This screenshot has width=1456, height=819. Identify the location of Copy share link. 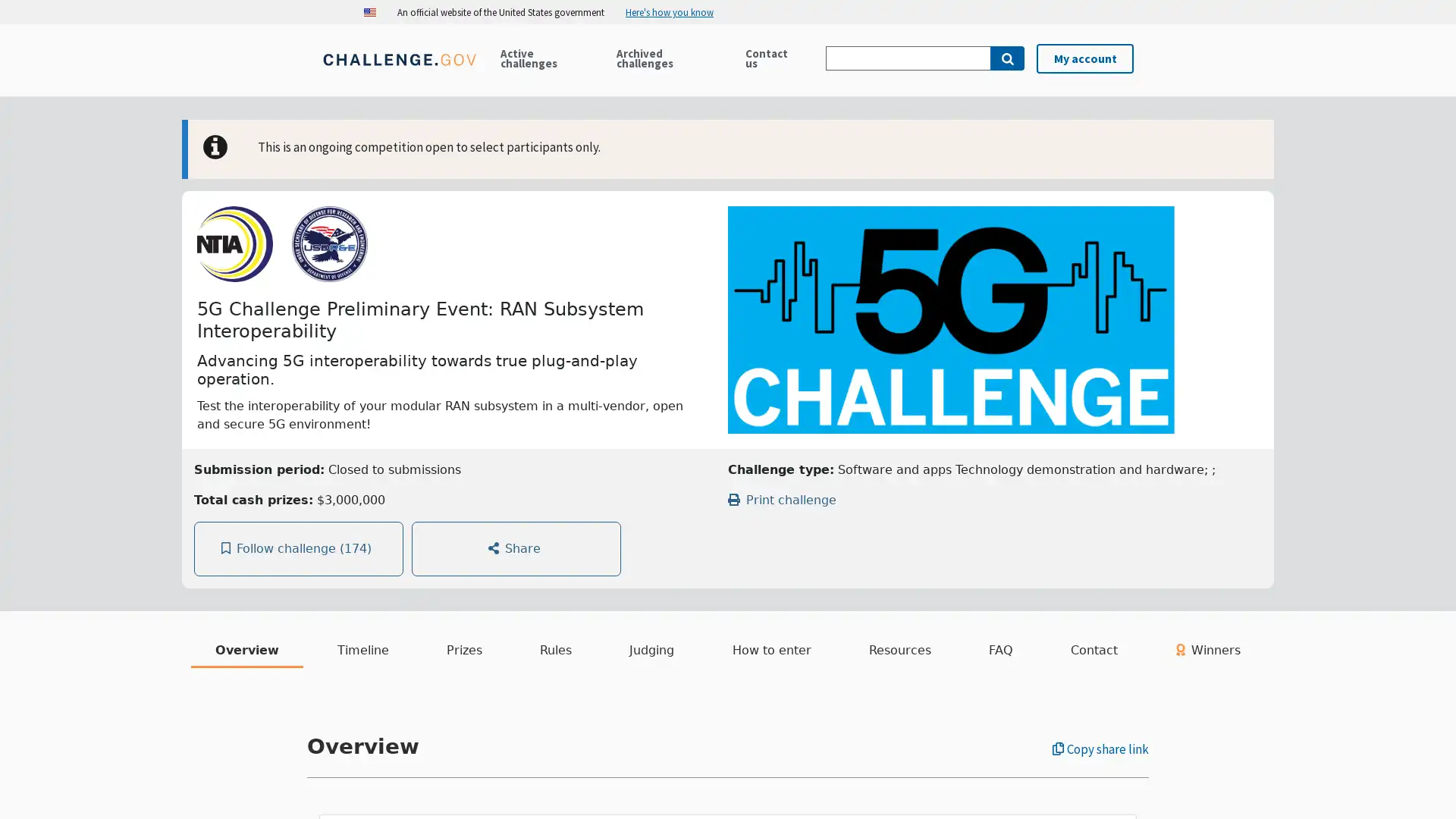
(1100, 748).